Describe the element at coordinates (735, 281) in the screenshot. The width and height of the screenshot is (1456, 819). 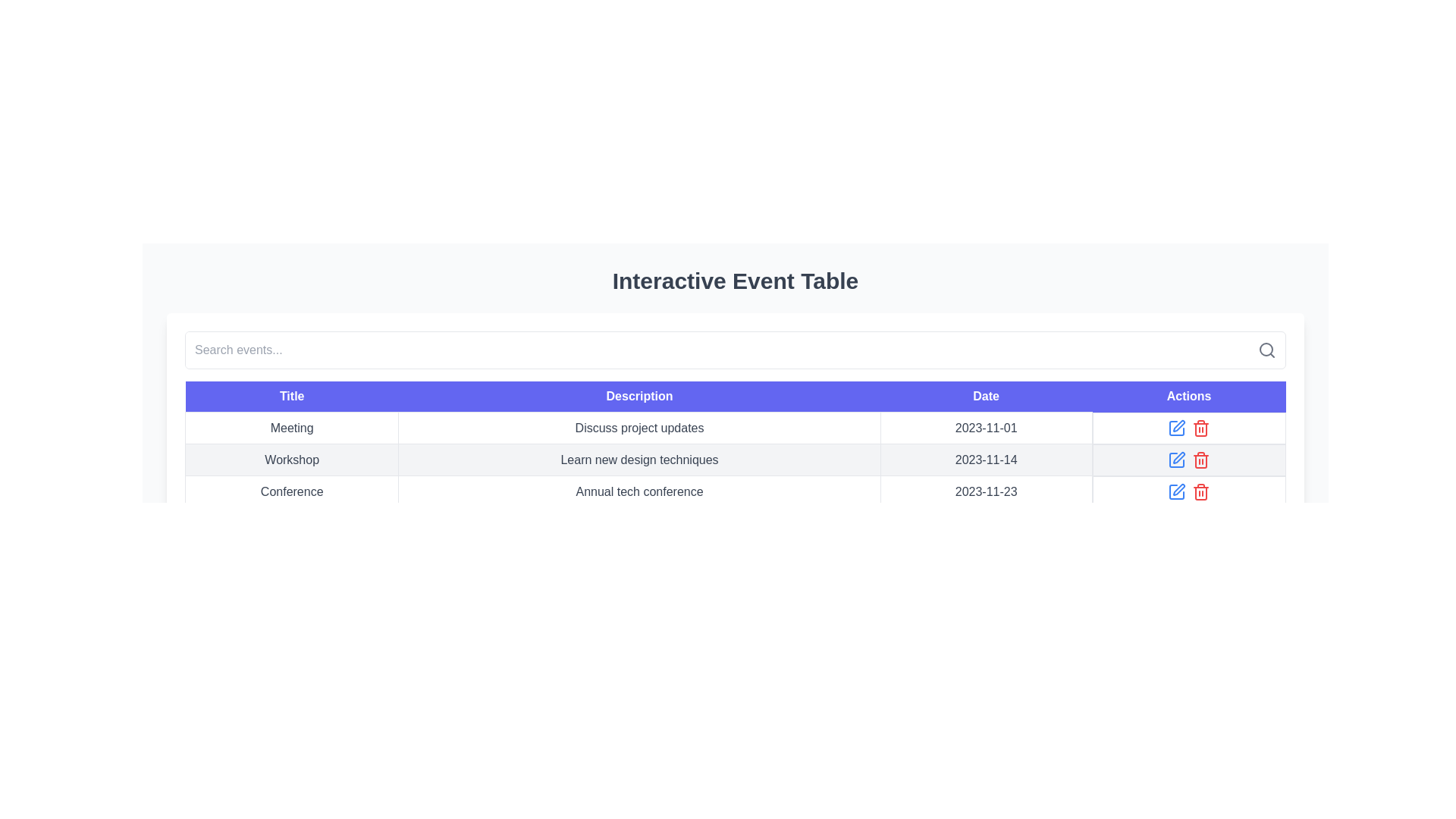
I see `the Text (Header) element that labels and introduces the section containing the interactive event table, located at the top of the layout above other components` at that location.